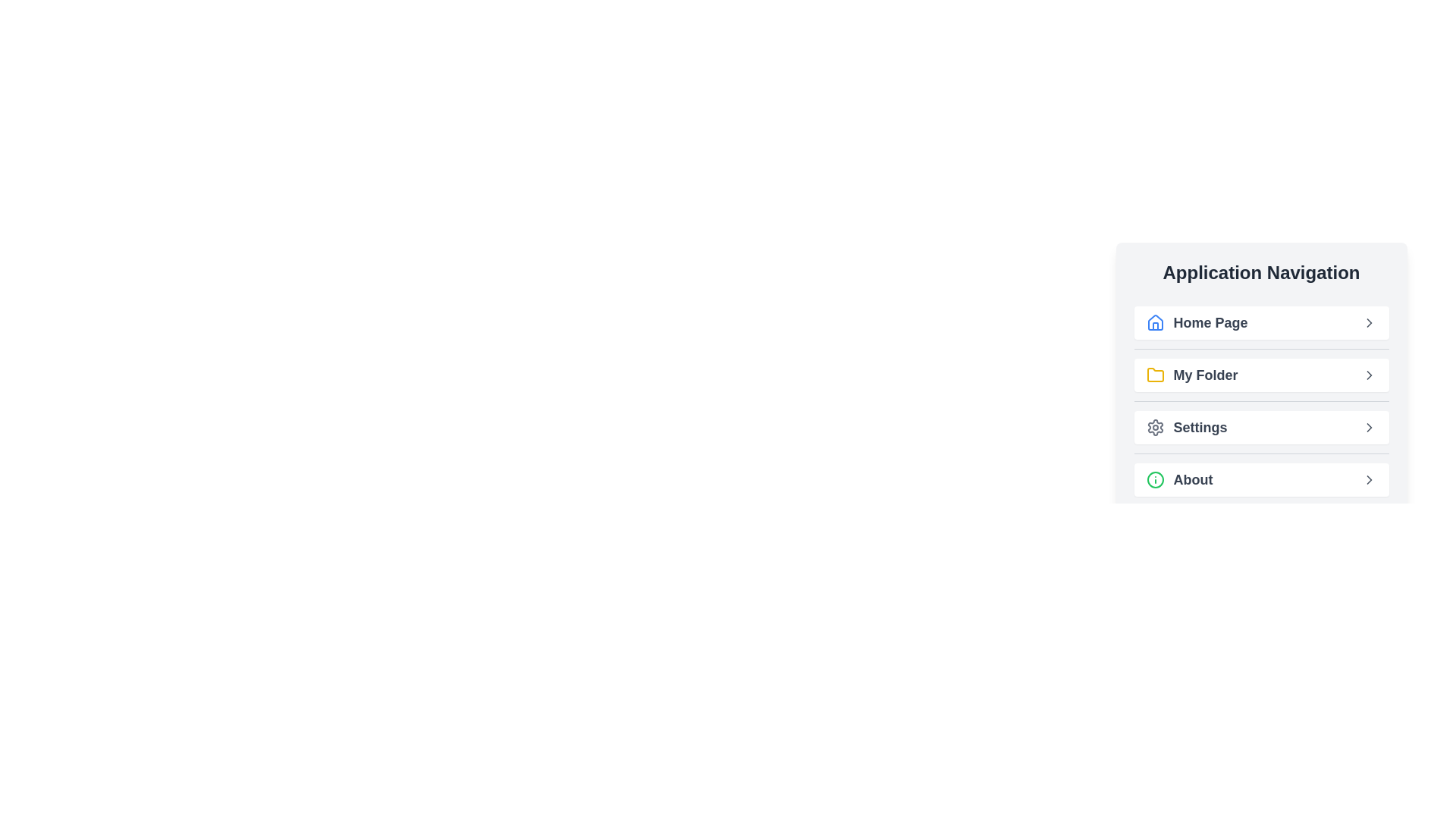 The image size is (1456, 819). Describe the element at coordinates (1154, 479) in the screenshot. I see `the circle element representing the 'About' navigation item in the SVG icon, which is the fourth option in the vertical navigation list` at that location.